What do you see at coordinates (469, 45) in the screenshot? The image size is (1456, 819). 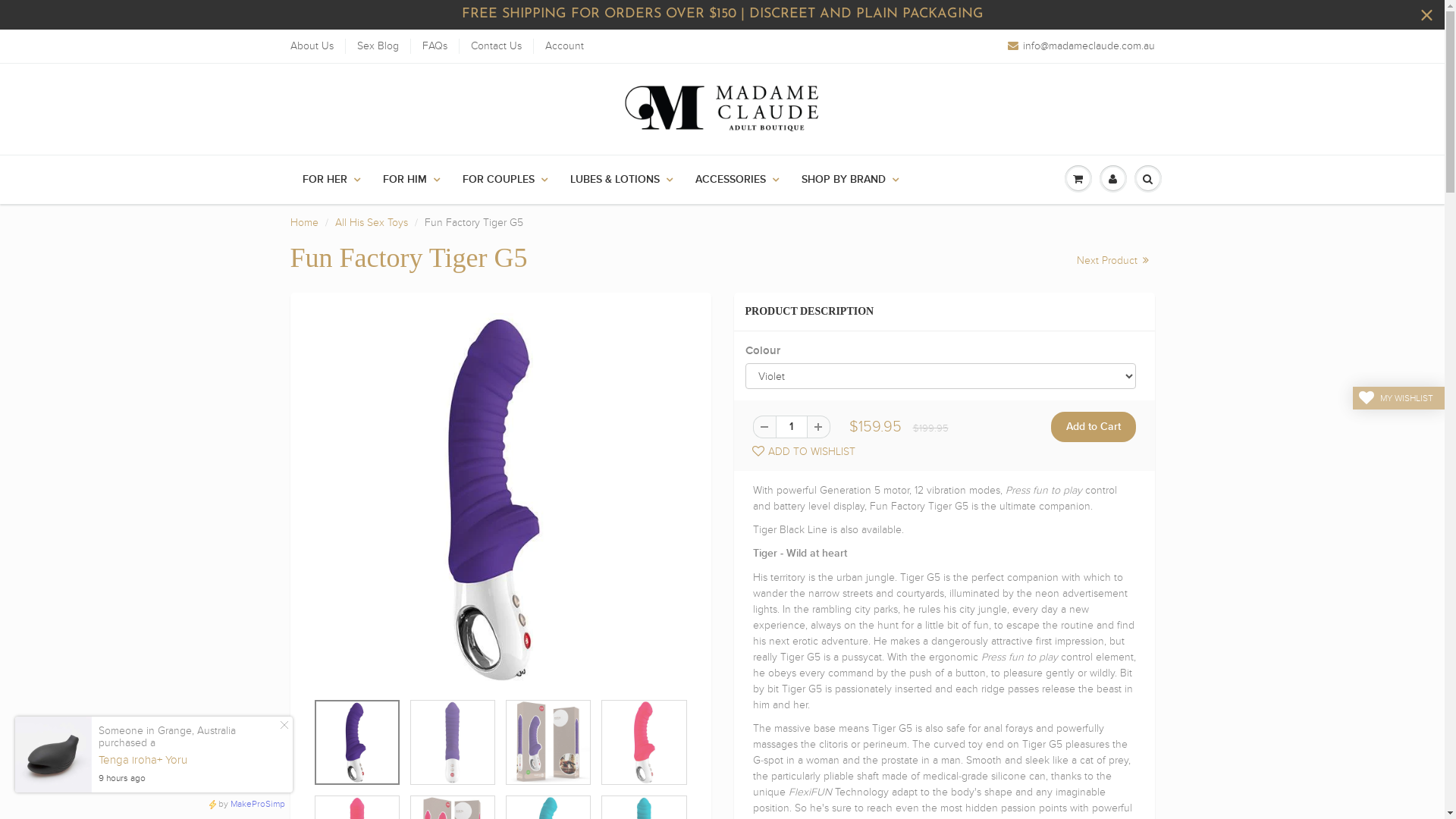 I see `'Contact Us'` at bounding box center [469, 45].